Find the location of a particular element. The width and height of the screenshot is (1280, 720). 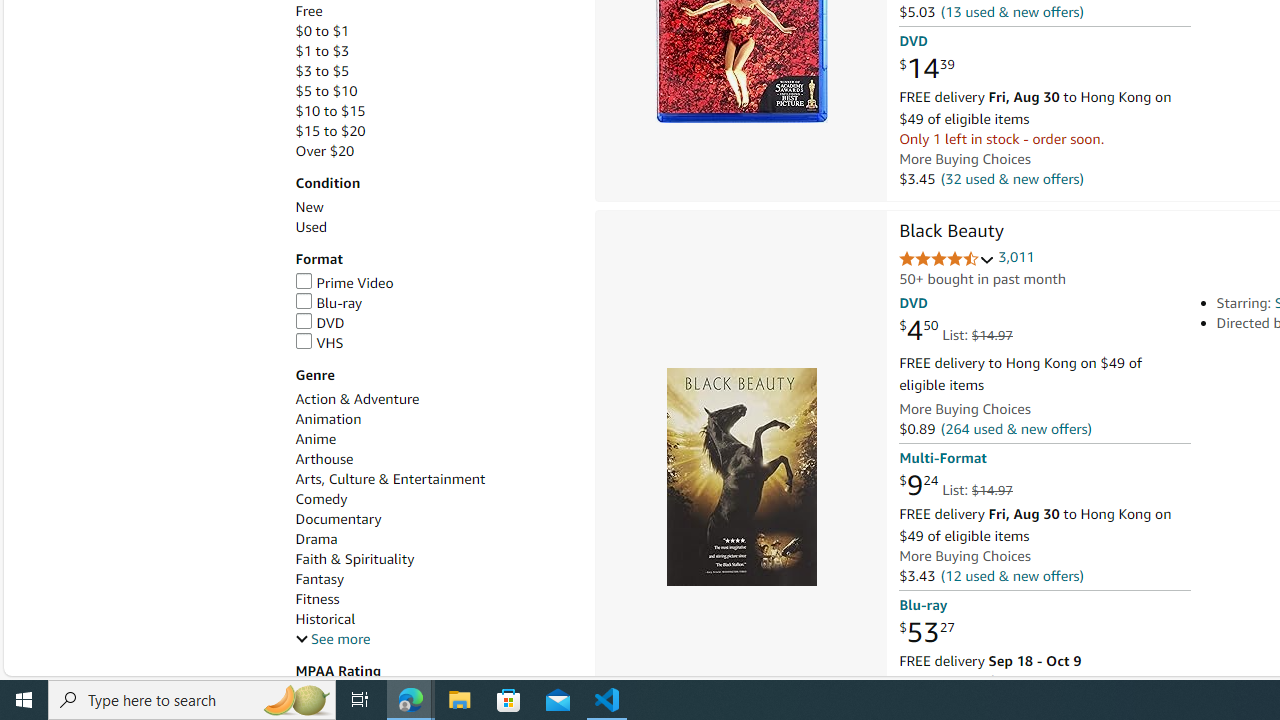

'Faith & Spirituality' is located at coordinates (433, 559).